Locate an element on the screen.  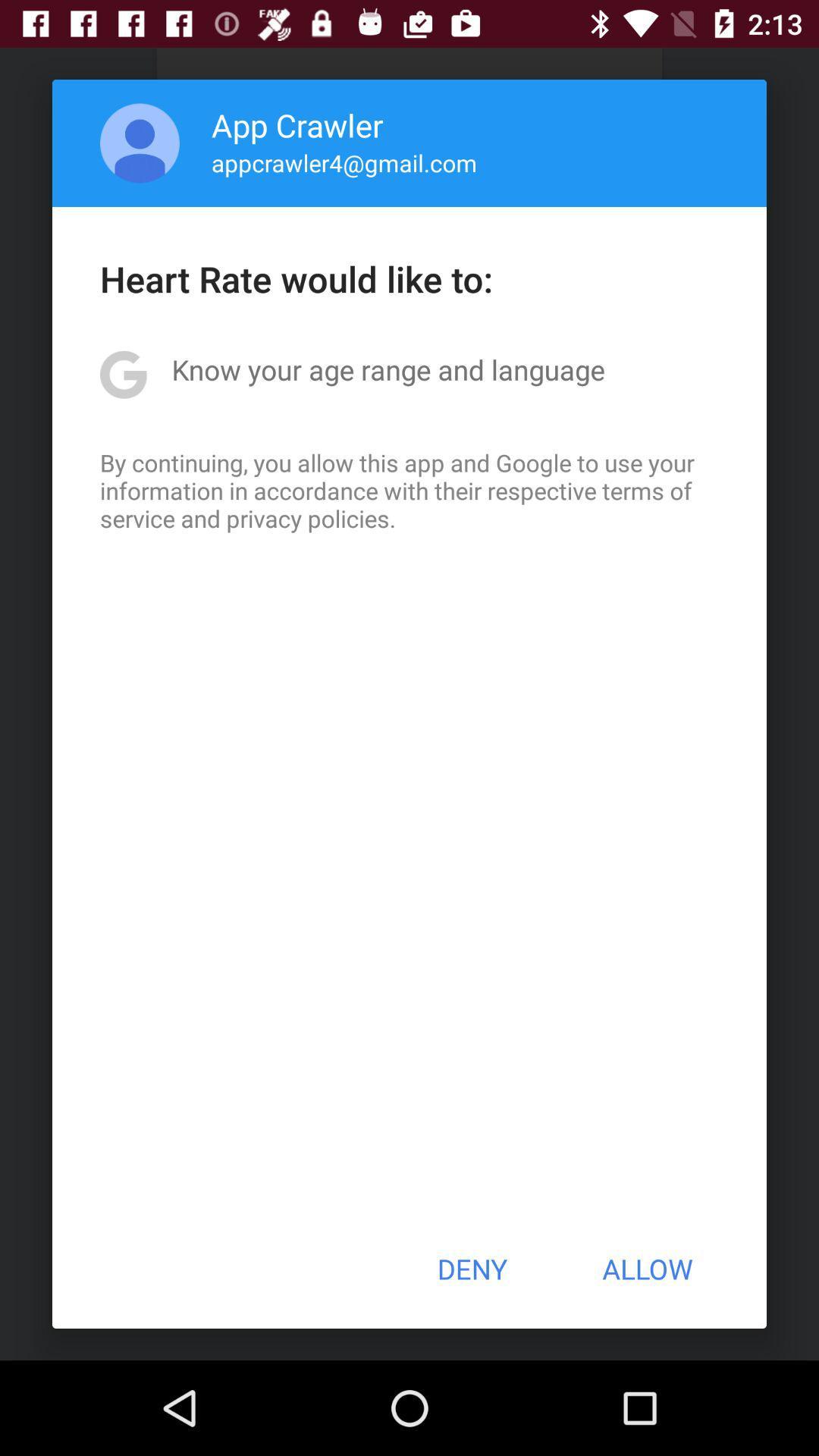
the deny is located at coordinates (471, 1269).